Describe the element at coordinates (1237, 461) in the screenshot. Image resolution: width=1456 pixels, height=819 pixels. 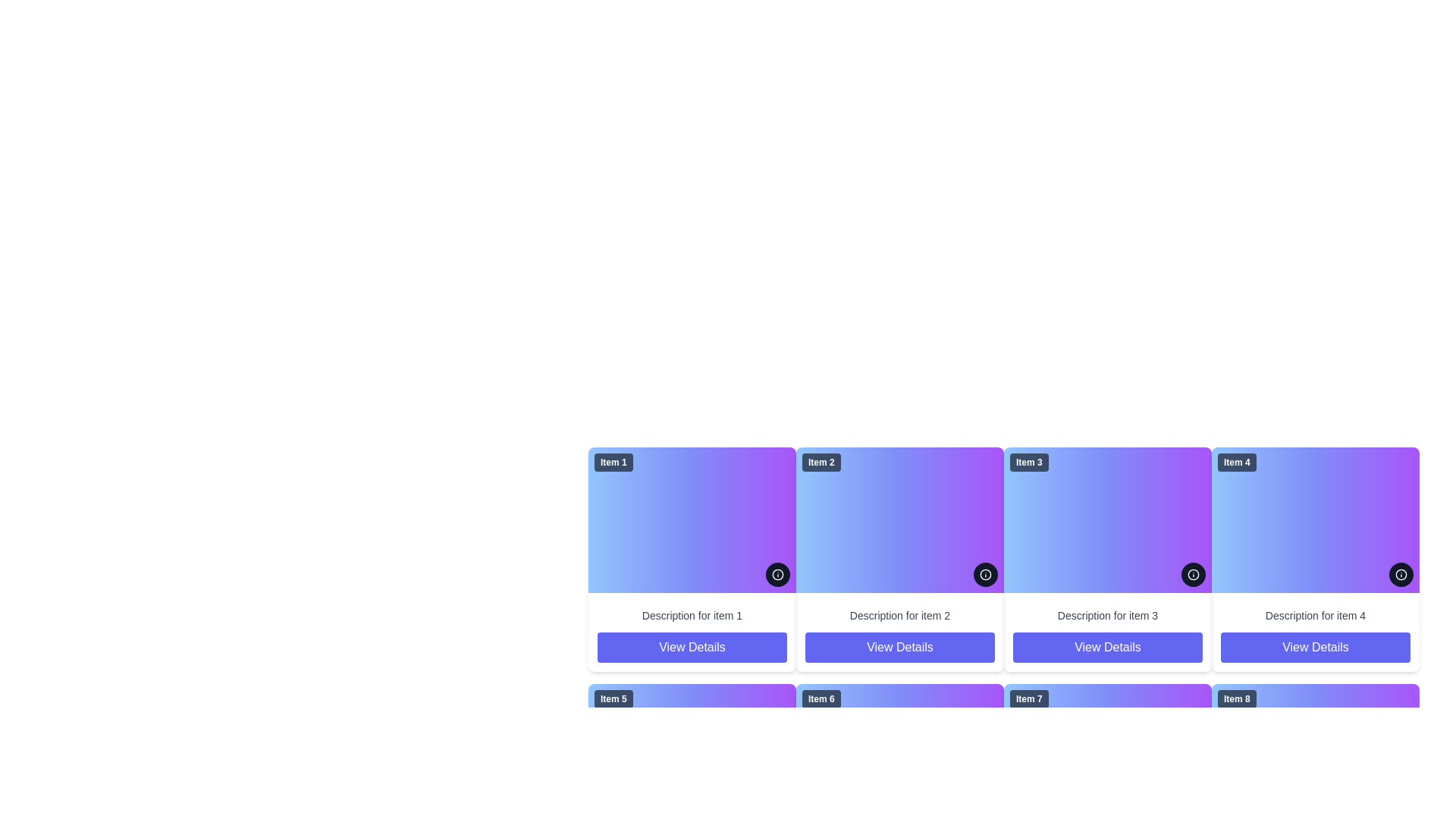
I see `the Label with the text 'Item 4', which is a small rectangular text box with rounded corners located in the top-left corner of the fourth card in a grid layout` at that location.